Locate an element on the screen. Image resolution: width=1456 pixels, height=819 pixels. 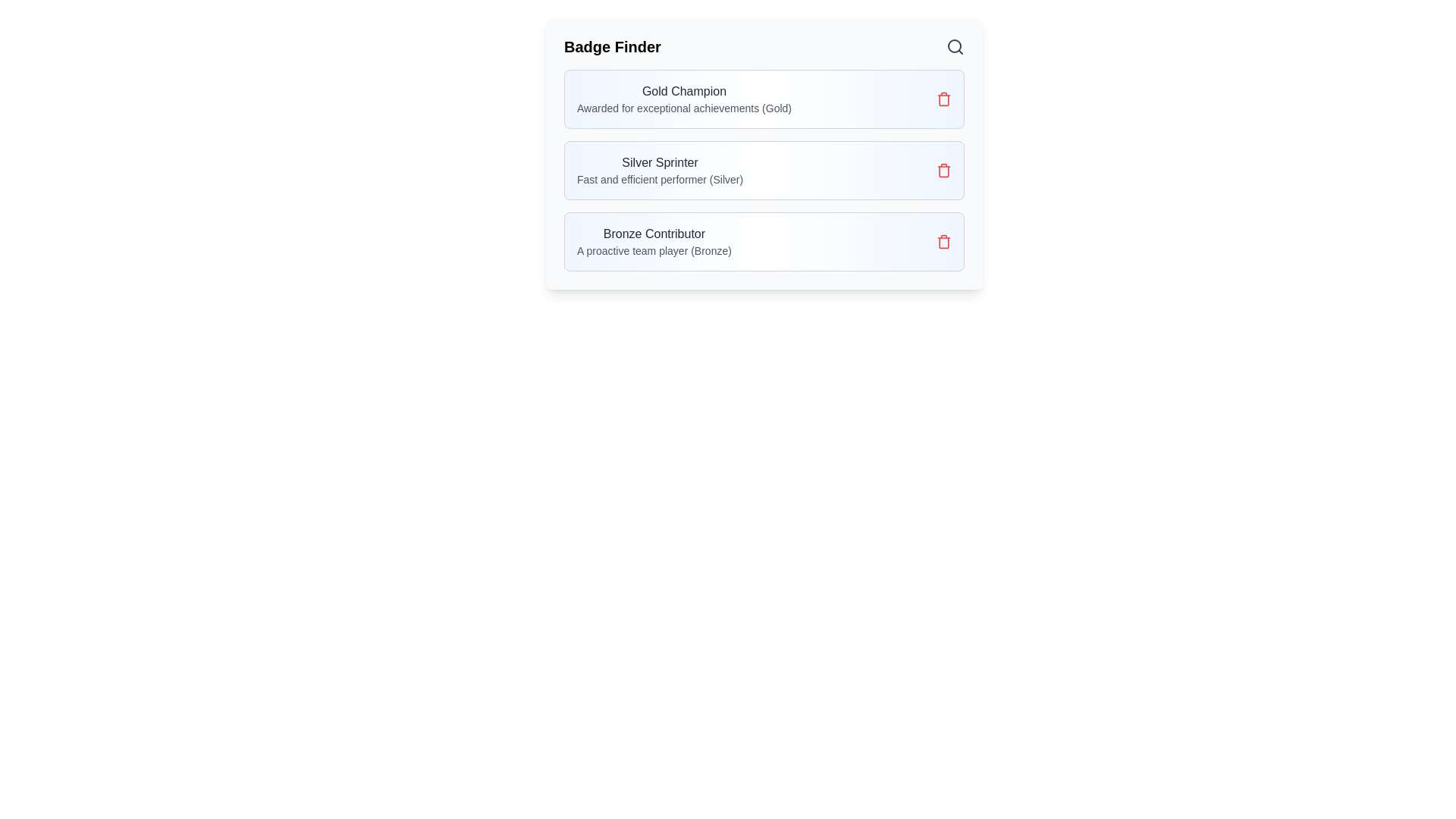
the 'Silver Sprinter' Text Display Block, which features a bold title and a short description, situated between the 'Gold Champion' and 'Bronze Contributor' entries is located at coordinates (660, 170).